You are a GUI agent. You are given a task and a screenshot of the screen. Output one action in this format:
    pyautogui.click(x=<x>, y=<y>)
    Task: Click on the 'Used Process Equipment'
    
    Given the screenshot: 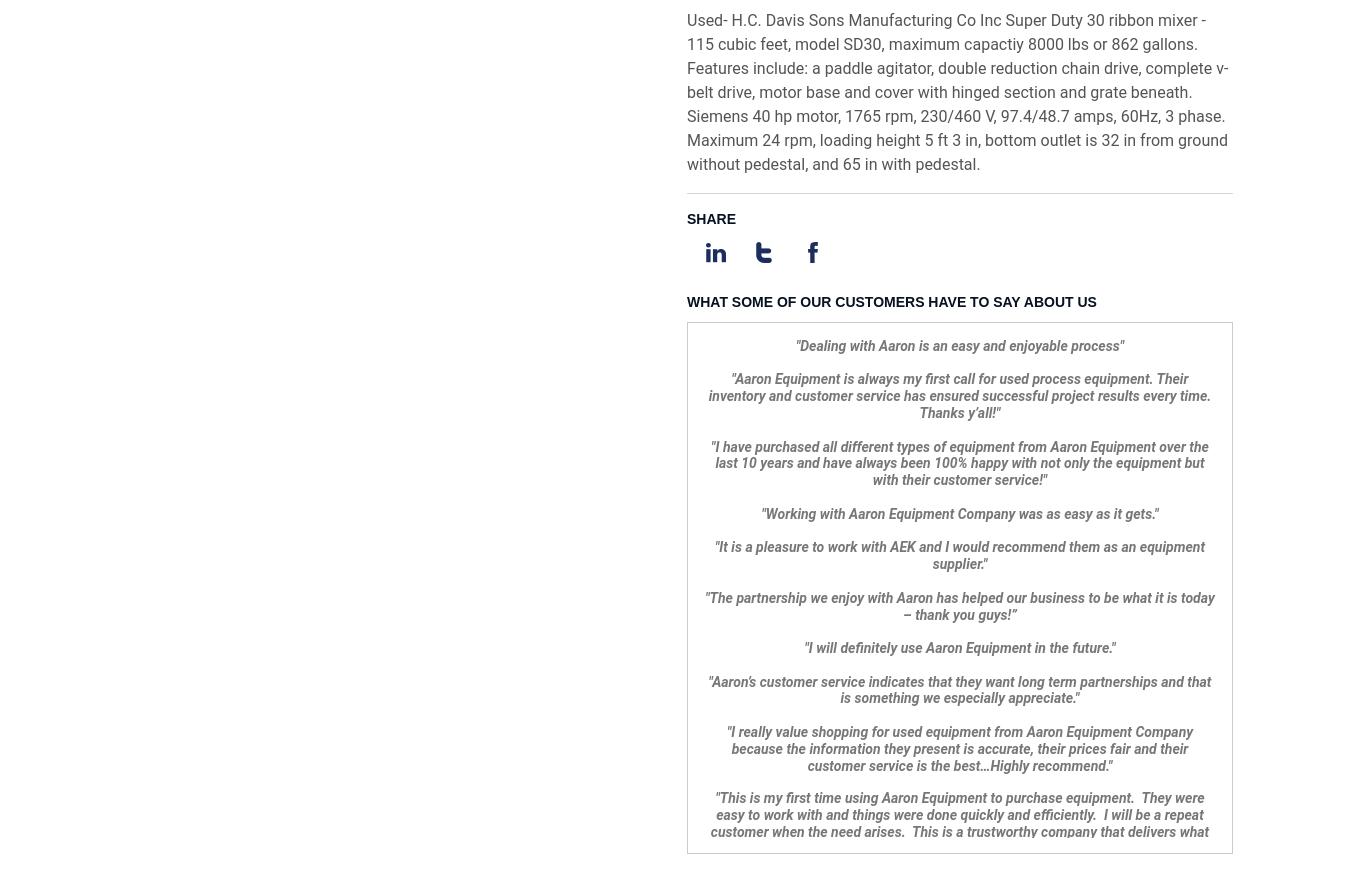 What is the action you would take?
    pyautogui.click(x=409, y=714)
    